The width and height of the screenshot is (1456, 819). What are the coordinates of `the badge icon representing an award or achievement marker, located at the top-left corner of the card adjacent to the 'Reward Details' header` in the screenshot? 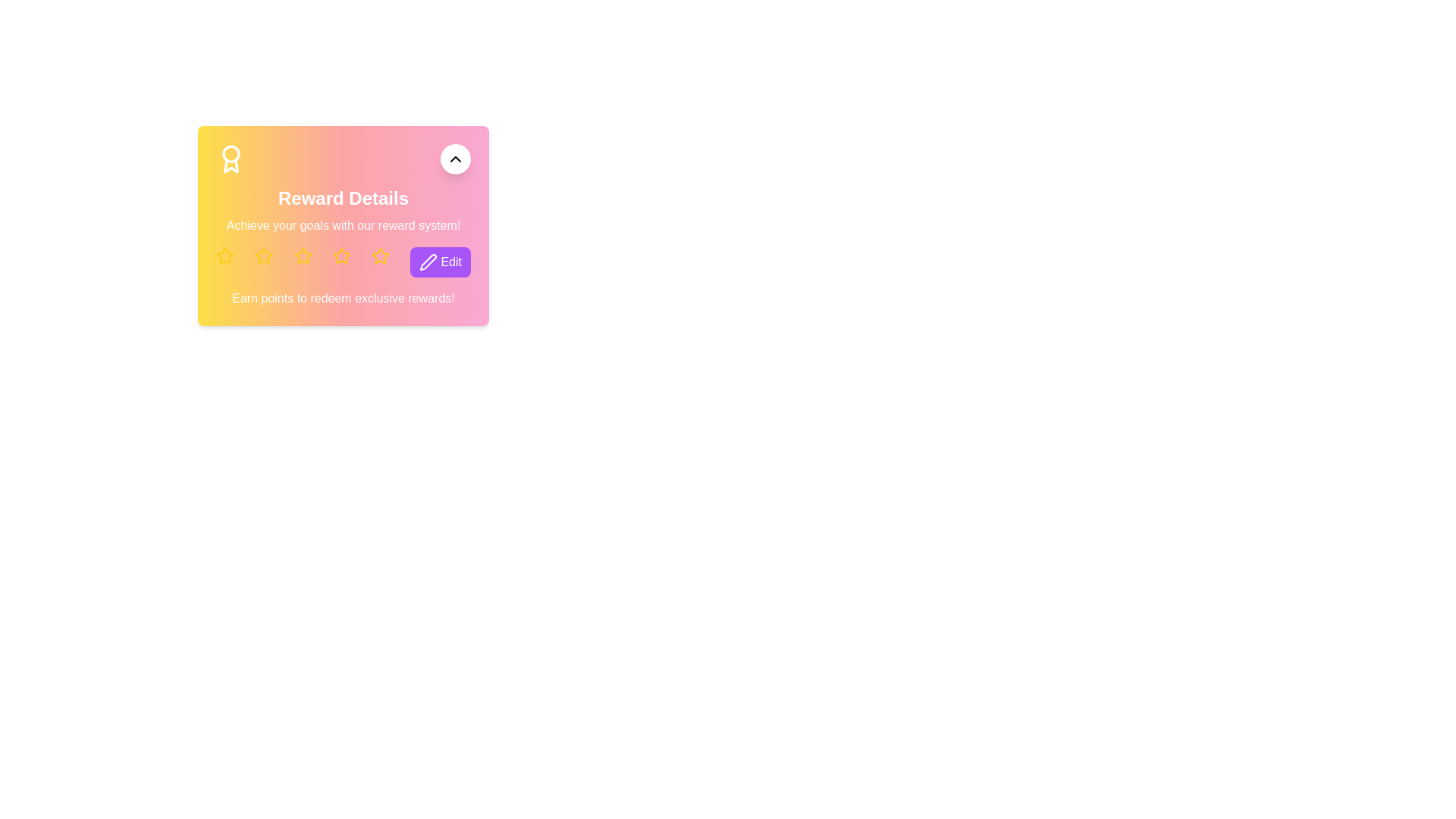 It's located at (231, 158).